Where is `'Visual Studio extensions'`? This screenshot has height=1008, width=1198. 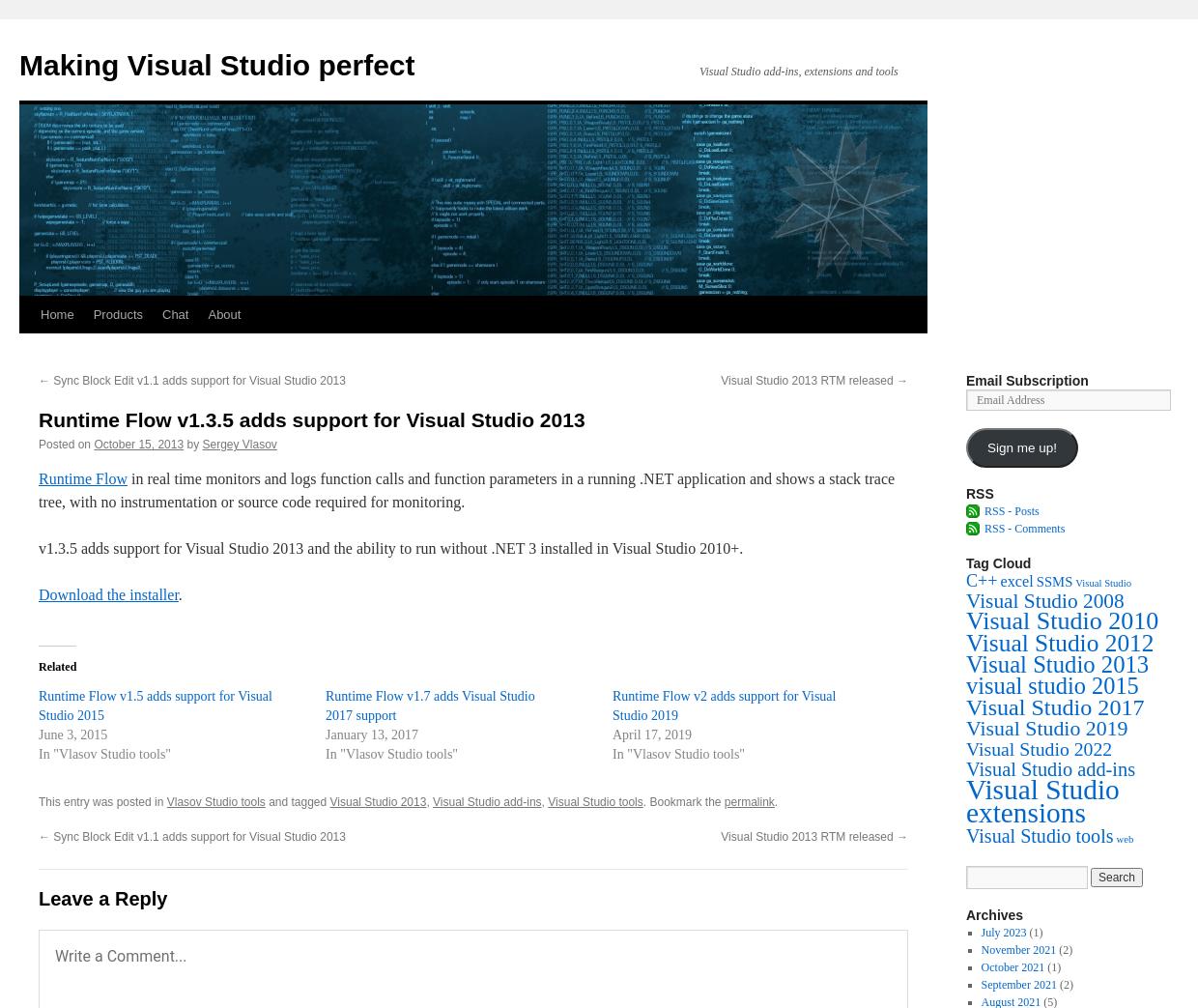 'Visual Studio extensions' is located at coordinates (1042, 800).